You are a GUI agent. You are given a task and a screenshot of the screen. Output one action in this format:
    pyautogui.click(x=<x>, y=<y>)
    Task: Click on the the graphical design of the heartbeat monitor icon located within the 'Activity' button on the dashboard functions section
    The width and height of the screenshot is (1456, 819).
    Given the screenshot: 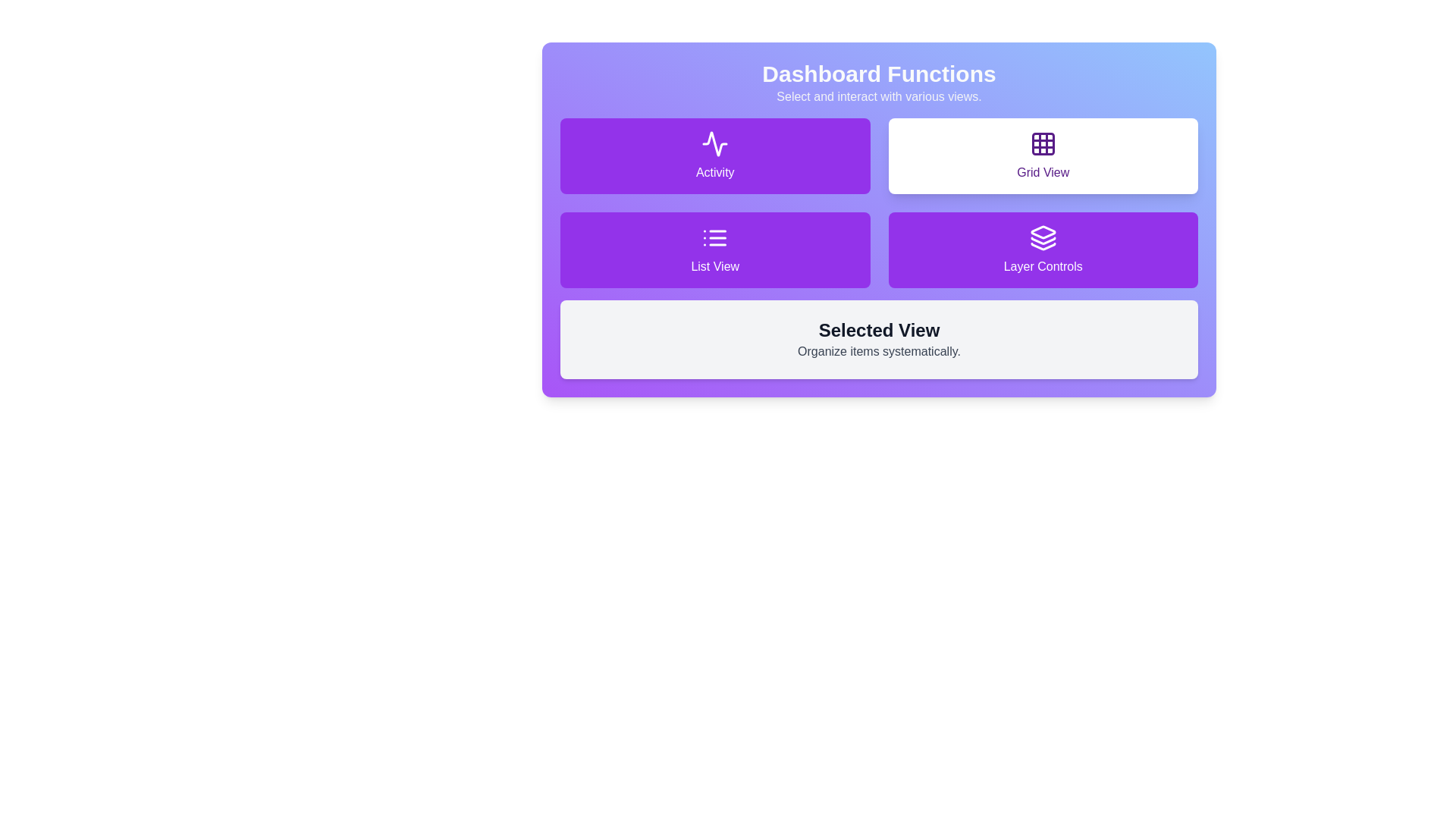 What is the action you would take?
    pyautogui.click(x=714, y=143)
    